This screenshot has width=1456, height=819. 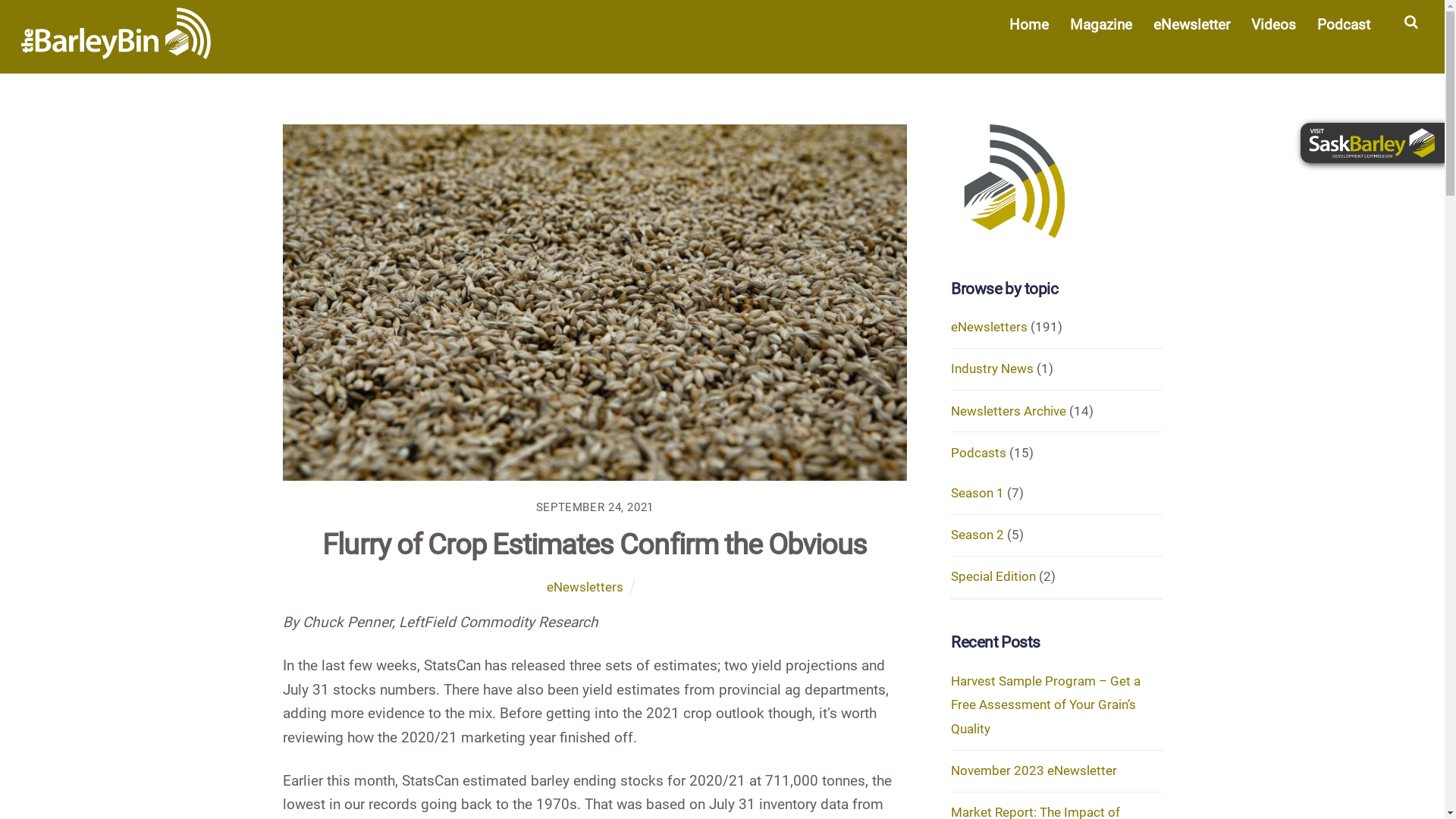 I want to click on 'eNewsletters', so click(x=584, y=586).